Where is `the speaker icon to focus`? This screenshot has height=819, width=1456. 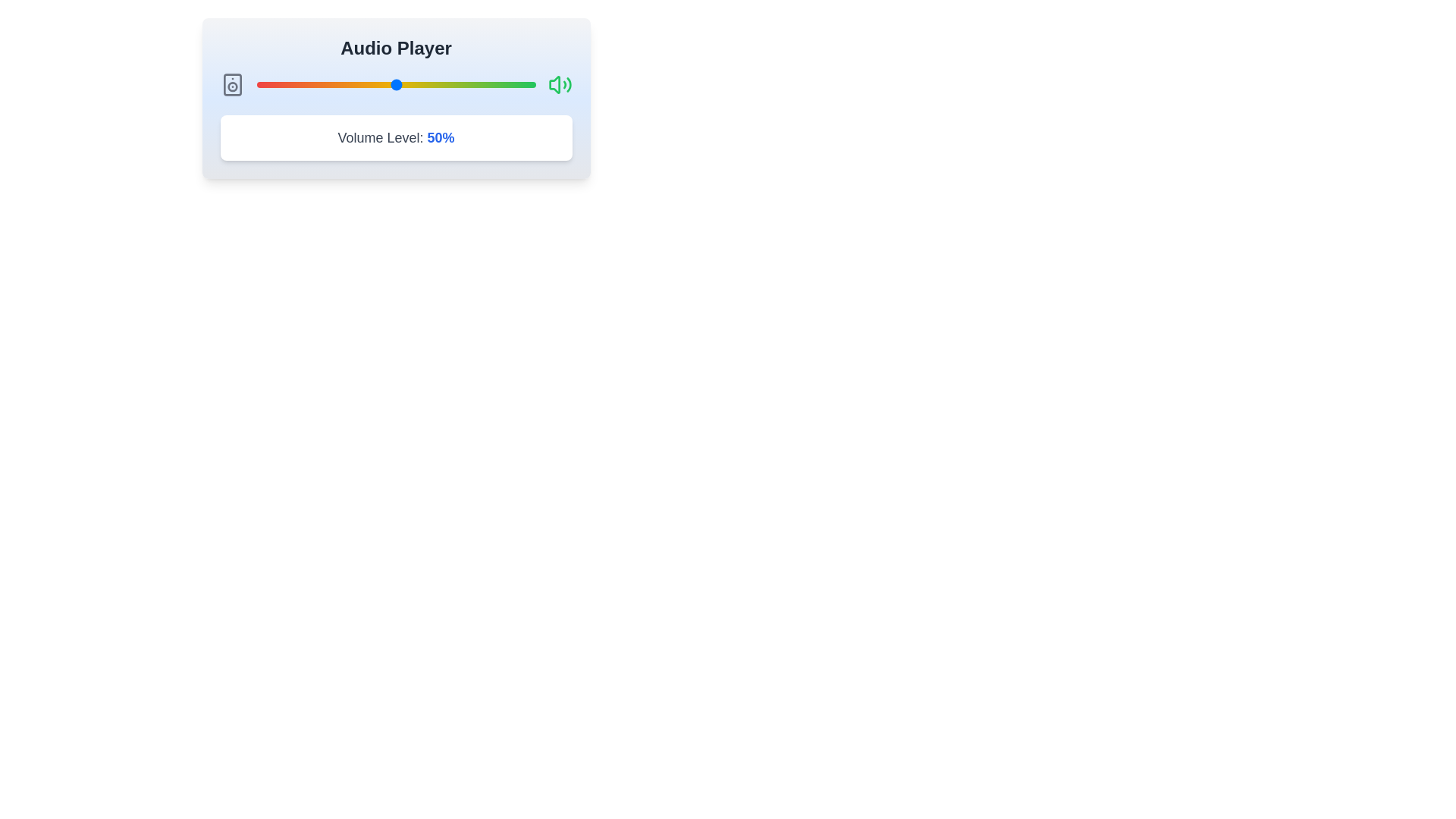
the speaker icon to focus is located at coordinates (231, 84).